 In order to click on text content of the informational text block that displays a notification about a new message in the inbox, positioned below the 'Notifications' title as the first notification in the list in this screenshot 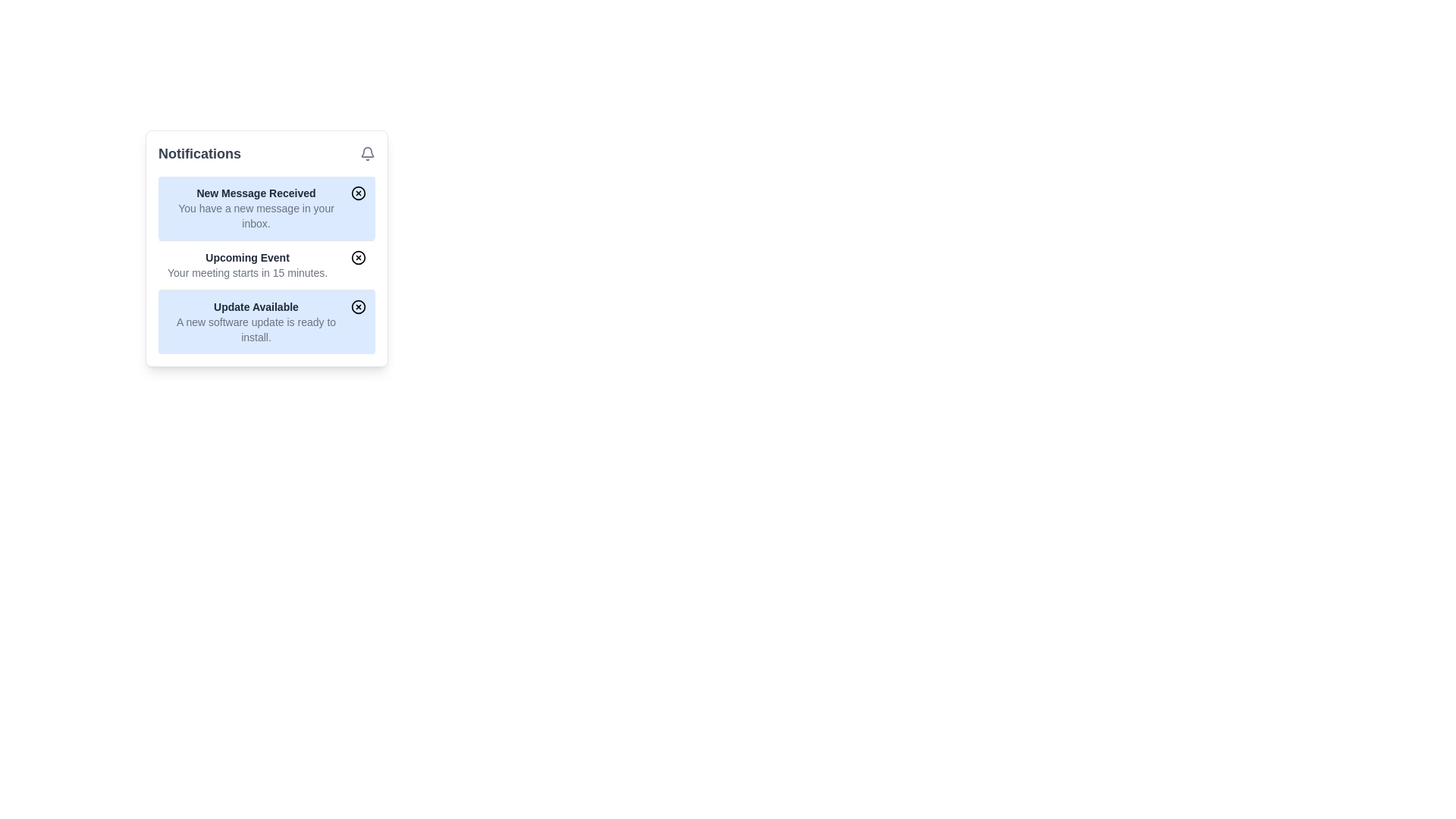, I will do `click(256, 208)`.